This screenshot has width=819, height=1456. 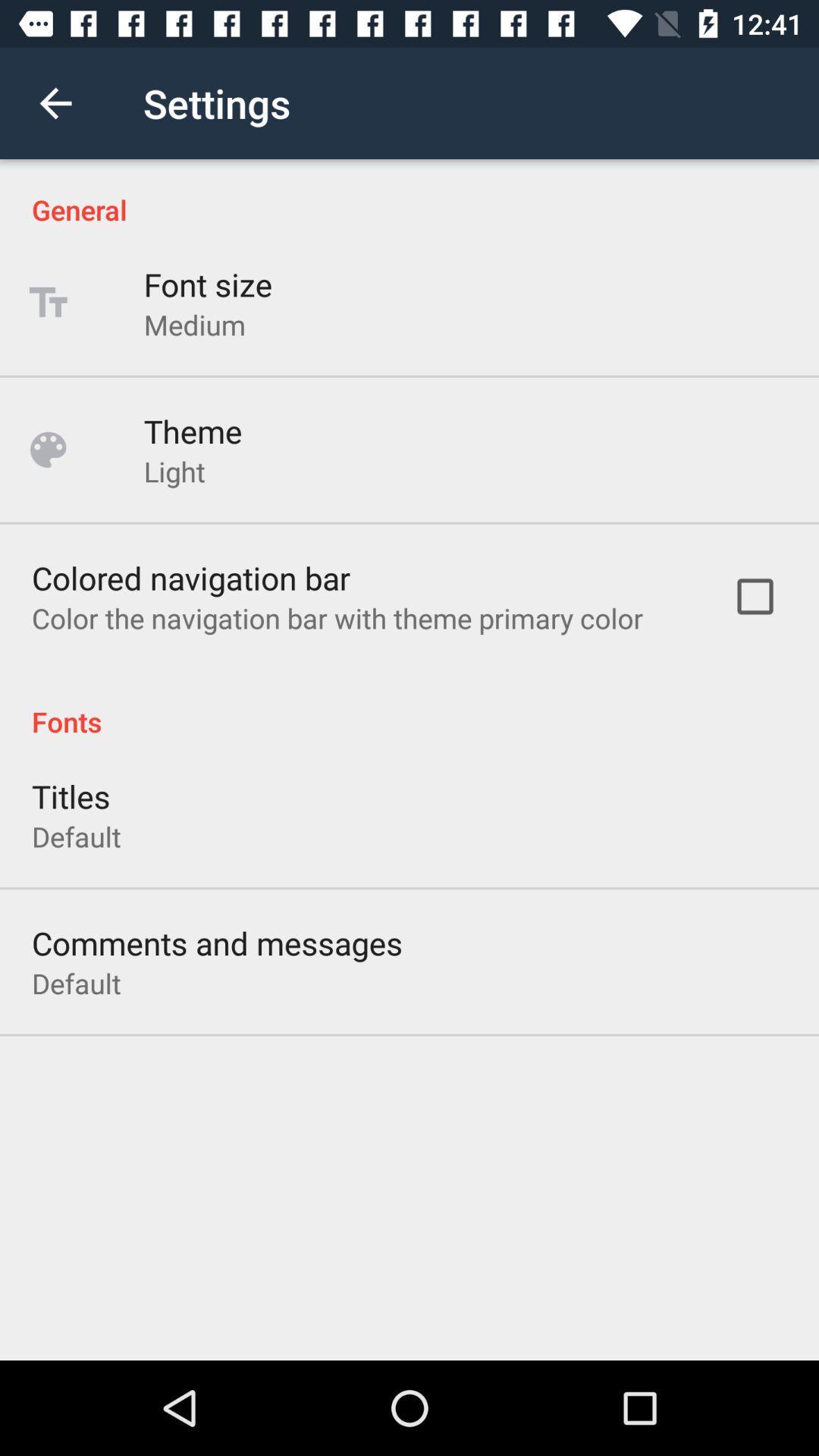 I want to click on the medium, so click(x=193, y=324).